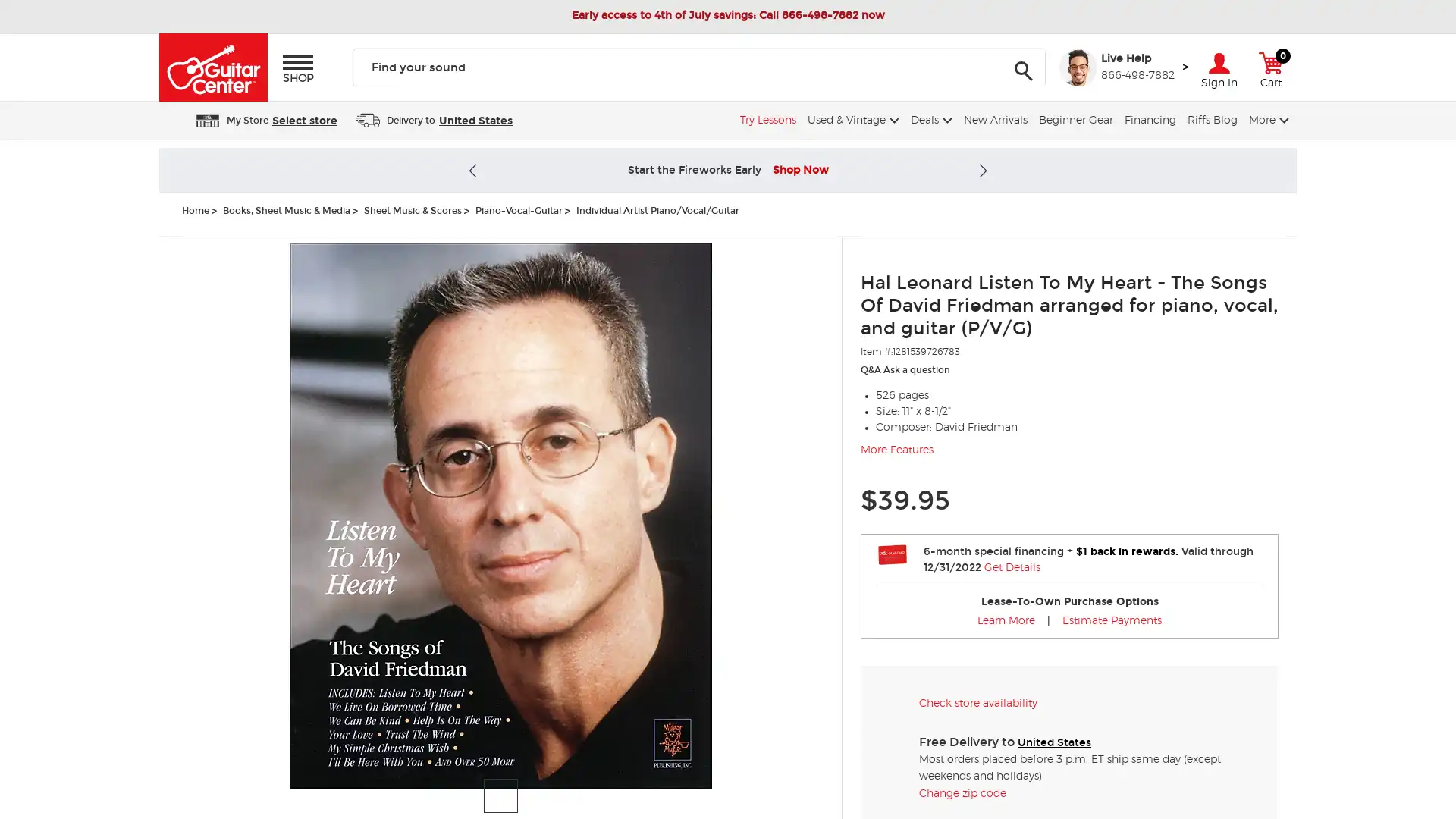 The width and height of the screenshot is (1456, 819). I want to click on Financing, so click(1148, 119).